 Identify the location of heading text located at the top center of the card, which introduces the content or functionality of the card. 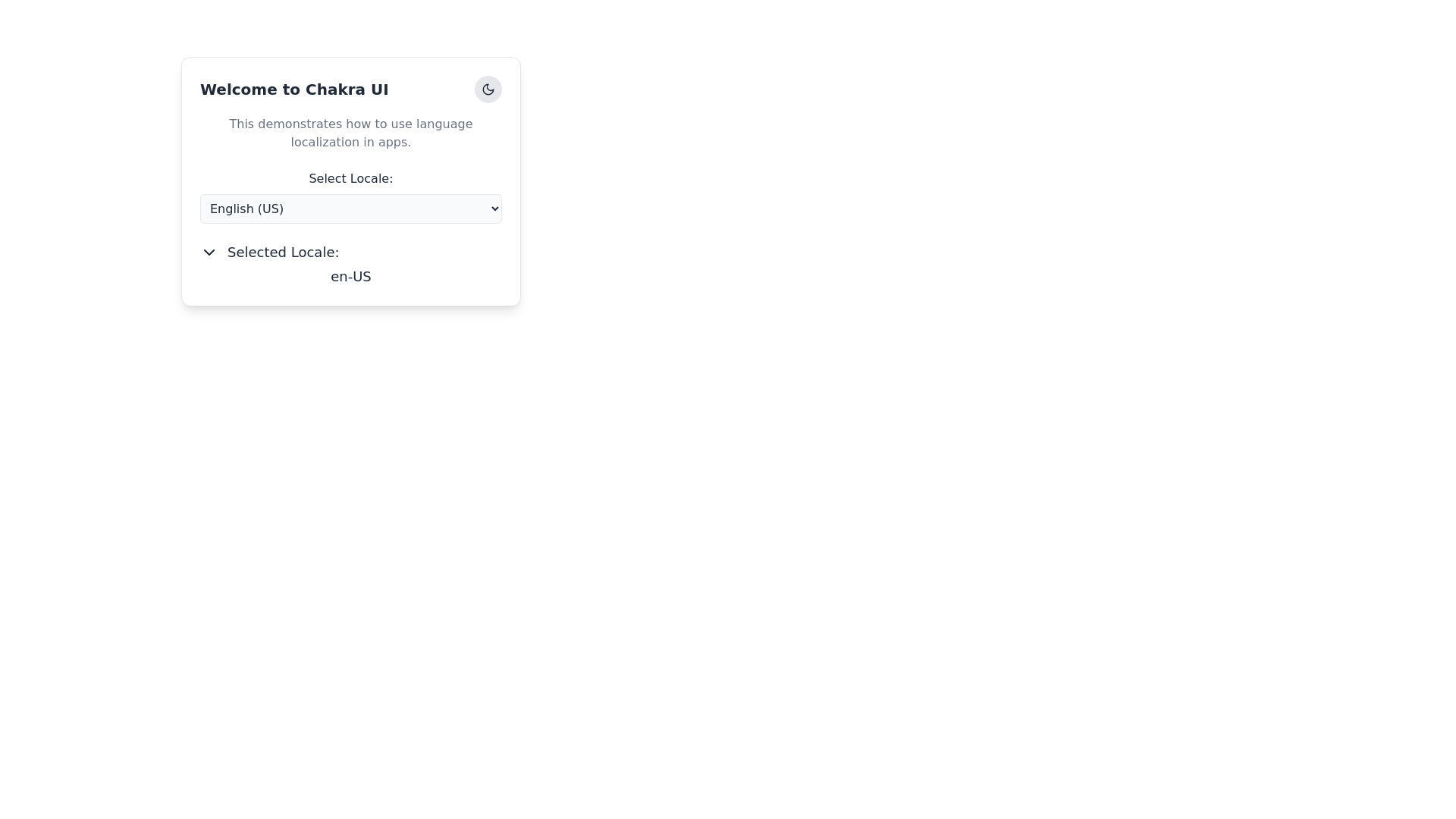
(350, 89).